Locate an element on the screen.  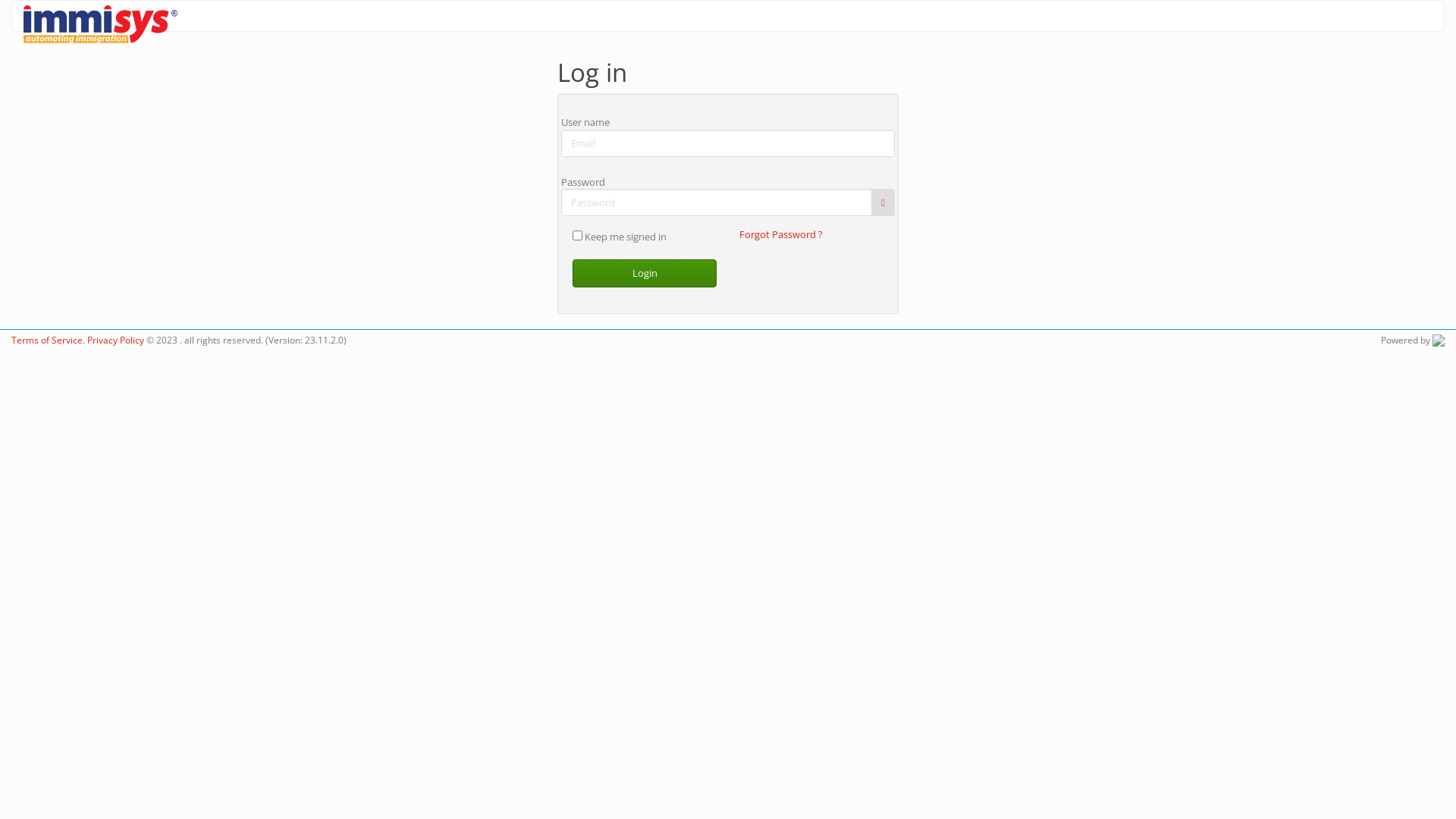
'Forgot Password ?' is located at coordinates (739, 234).